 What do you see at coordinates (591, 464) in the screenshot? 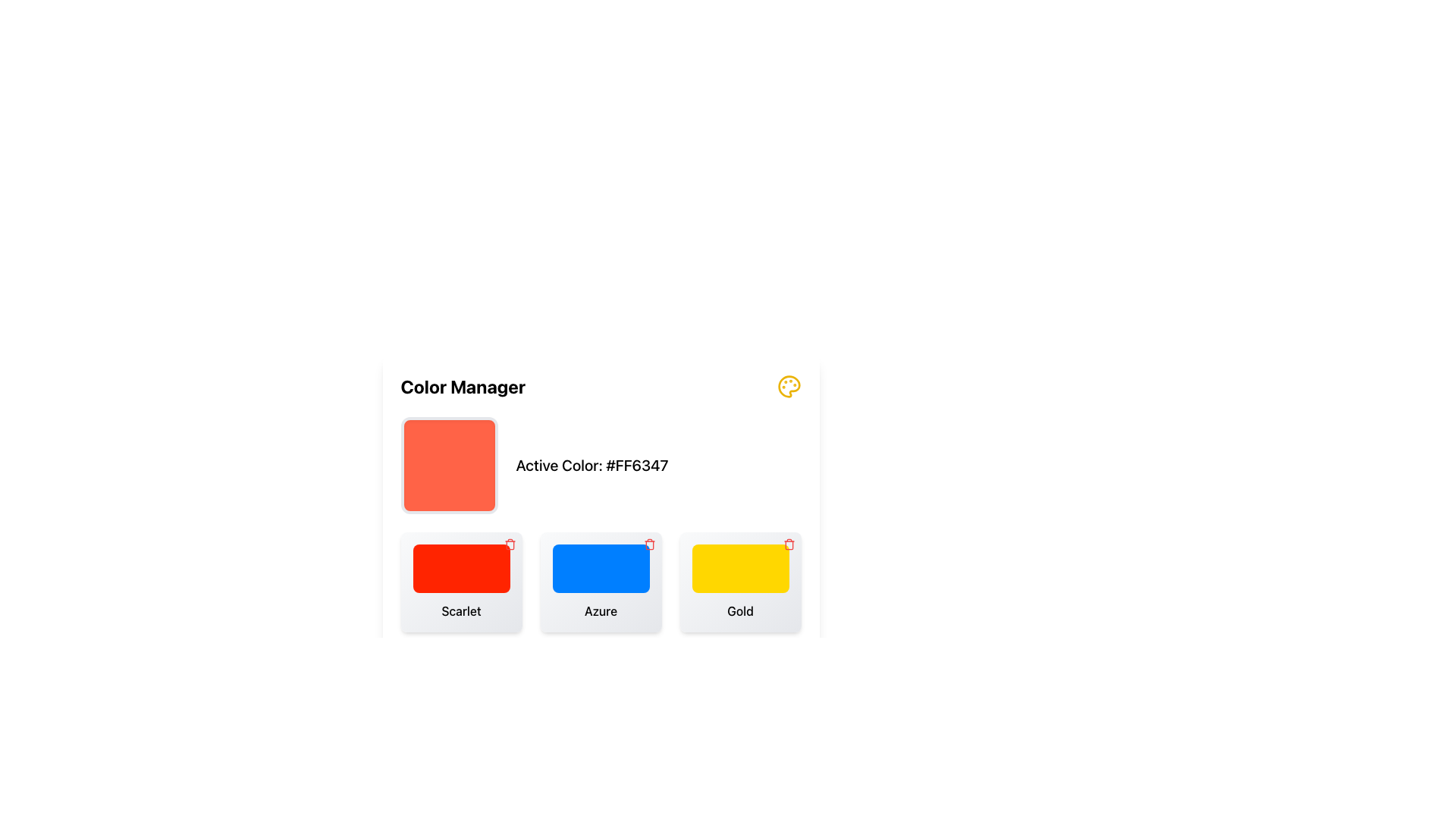
I see `text displayed in the Static Label that shows the currently selected color, which is located in the 'Color Manager' section, next to the color preview box` at bounding box center [591, 464].